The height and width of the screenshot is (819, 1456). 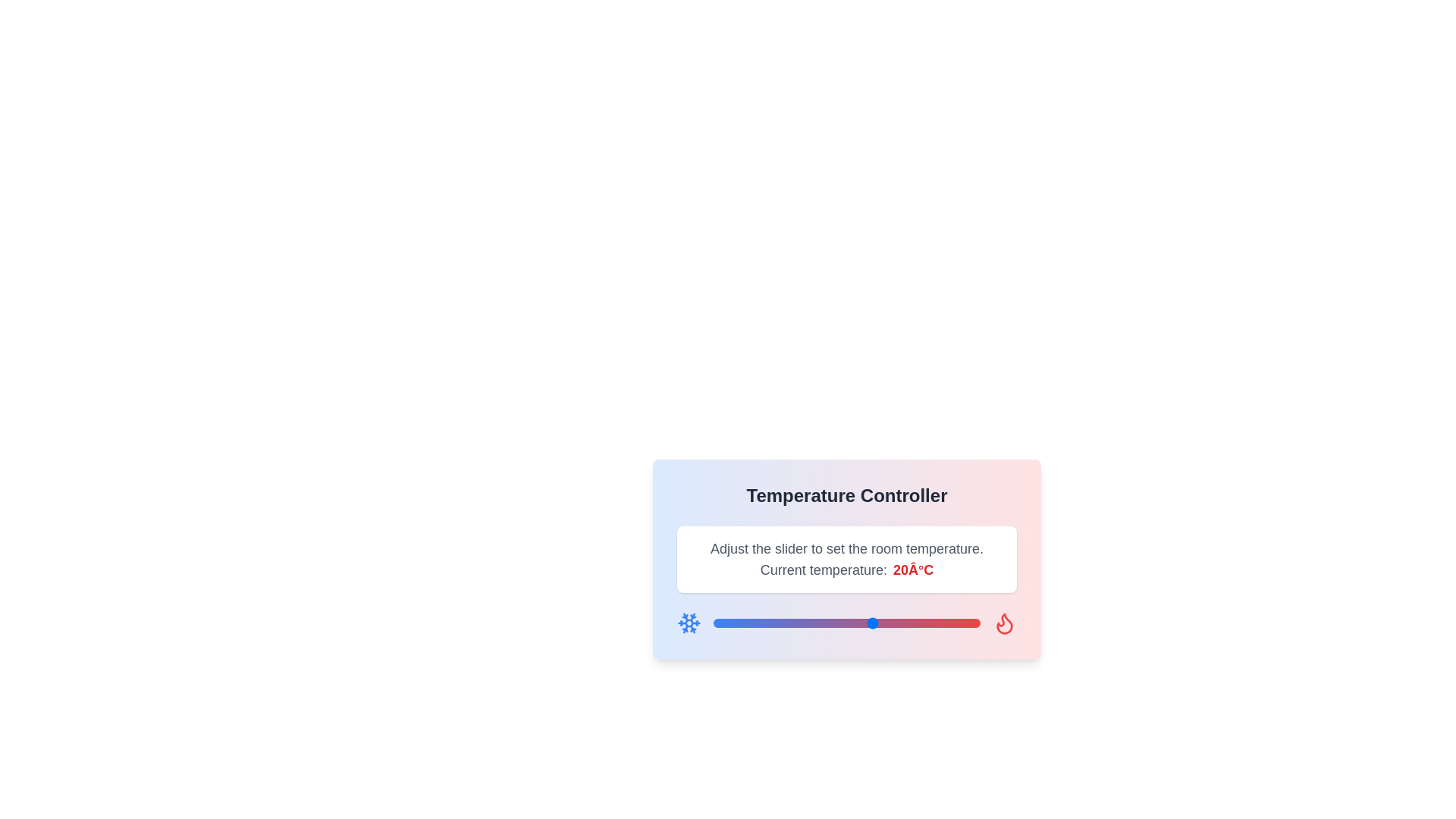 I want to click on the temperature slider to set the temperature to 4°C, so click(x=788, y=623).